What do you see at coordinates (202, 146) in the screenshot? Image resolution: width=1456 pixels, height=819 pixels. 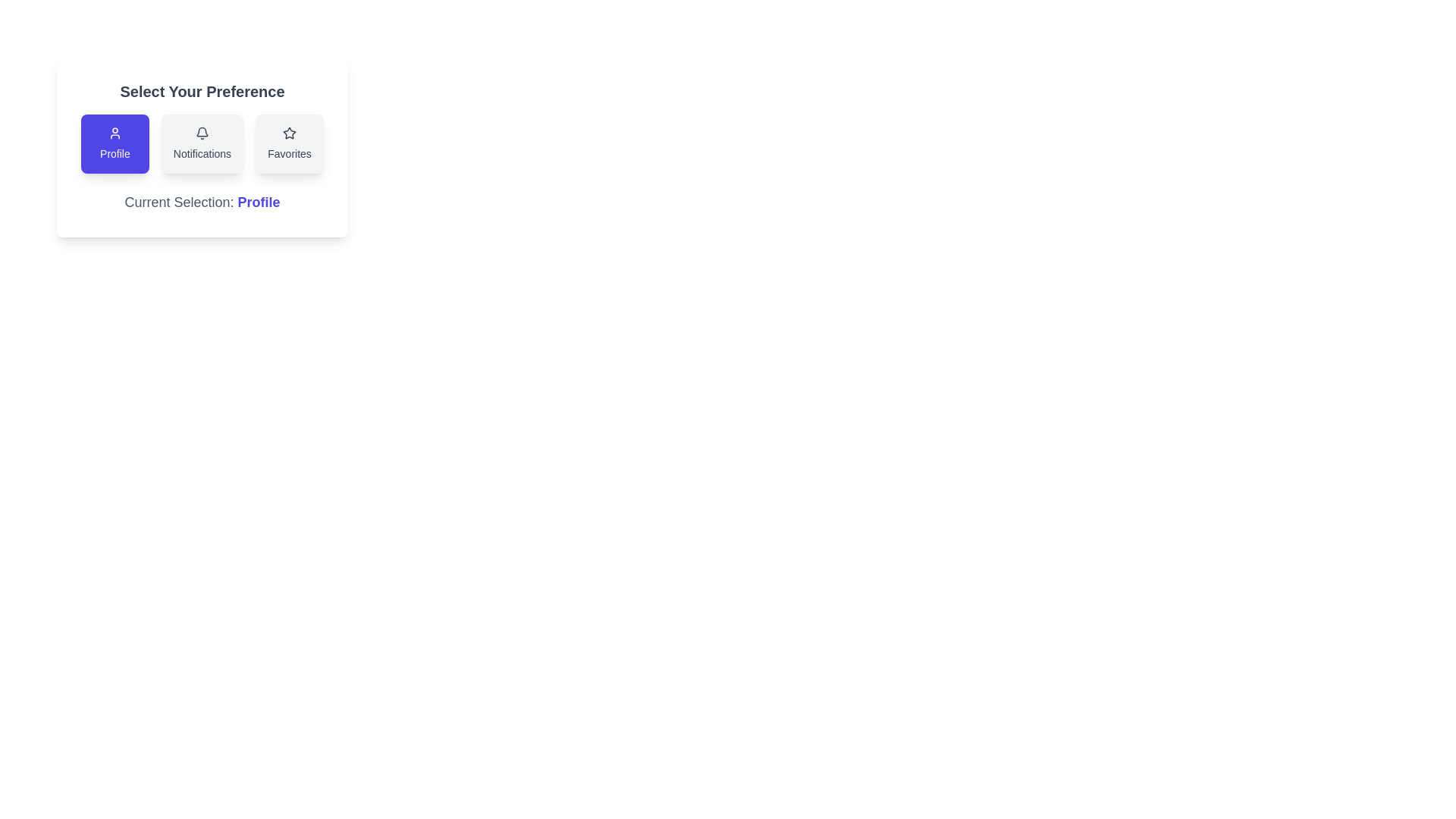 I see `the 'Notifications' button, which is the second button in a horizontal group of three buttons located centrally within the component's area` at bounding box center [202, 146].